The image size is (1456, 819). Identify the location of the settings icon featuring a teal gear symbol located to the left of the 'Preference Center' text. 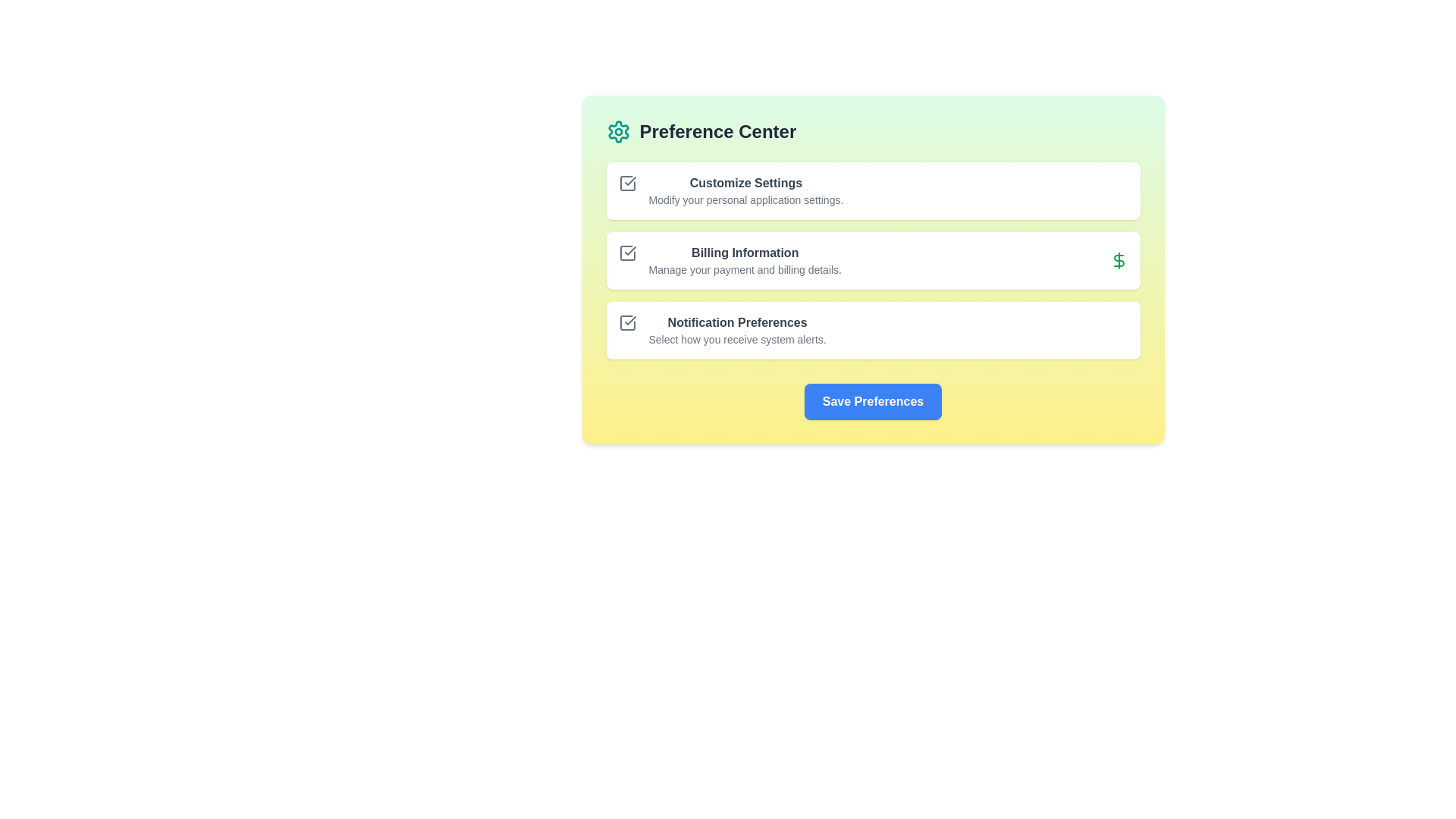
(618, 130).